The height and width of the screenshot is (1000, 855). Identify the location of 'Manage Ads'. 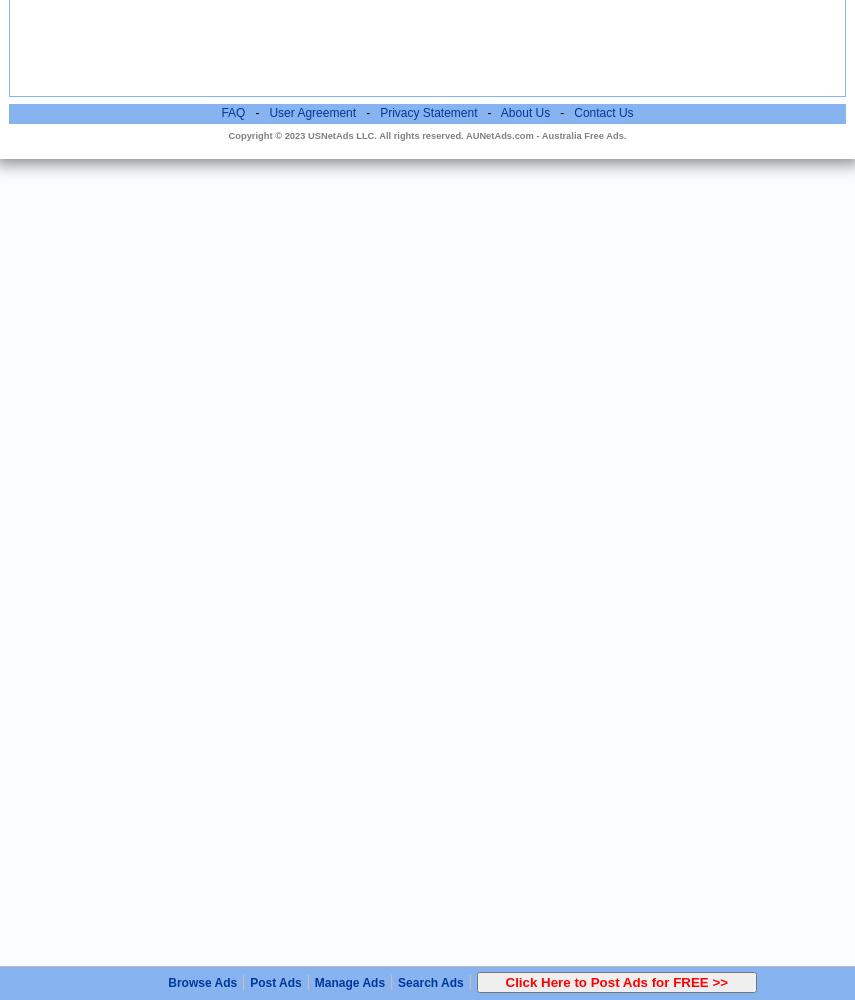
(349, 982).